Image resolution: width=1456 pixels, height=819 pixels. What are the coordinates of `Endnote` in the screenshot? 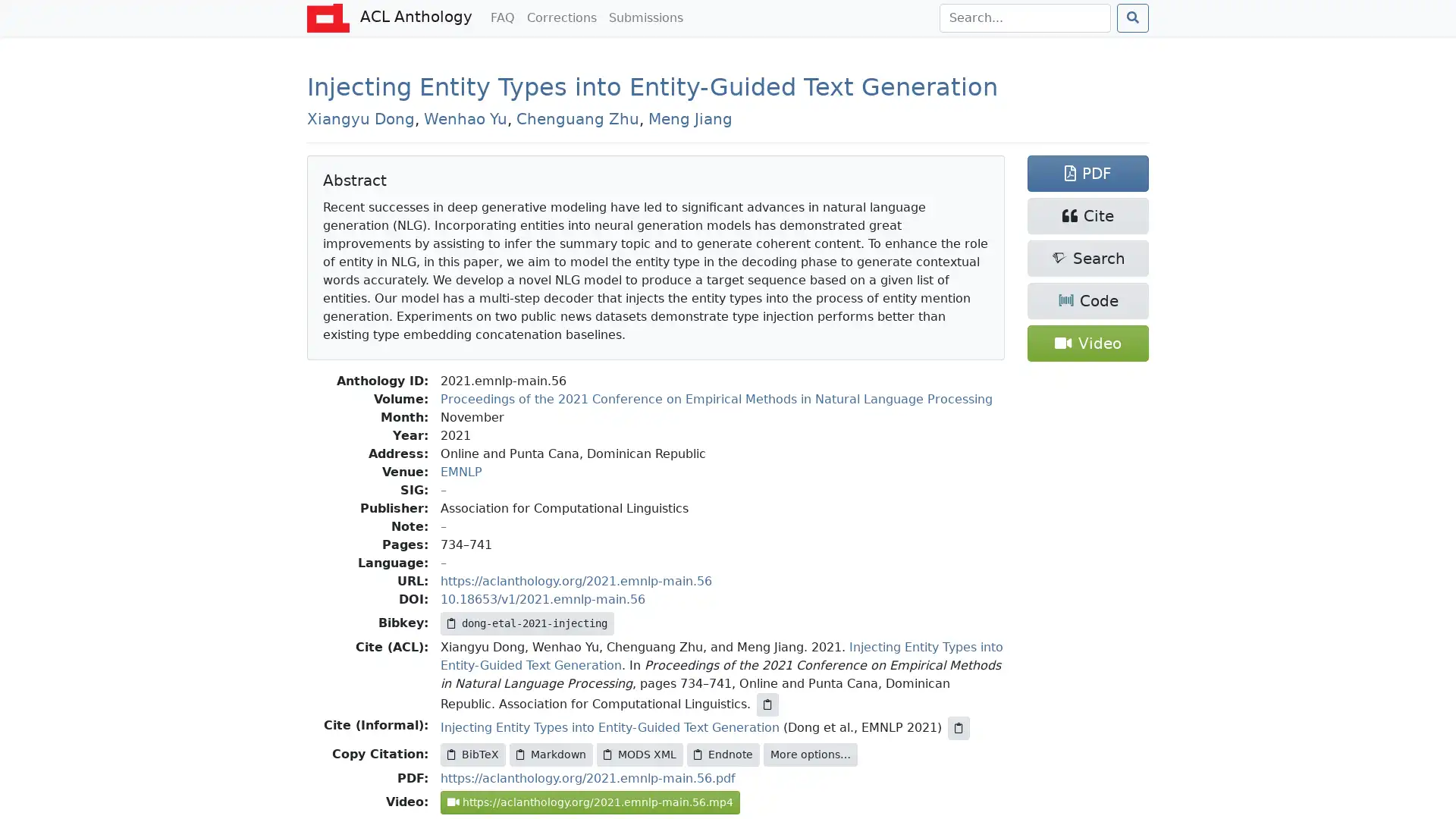 It's located at (723, 755).